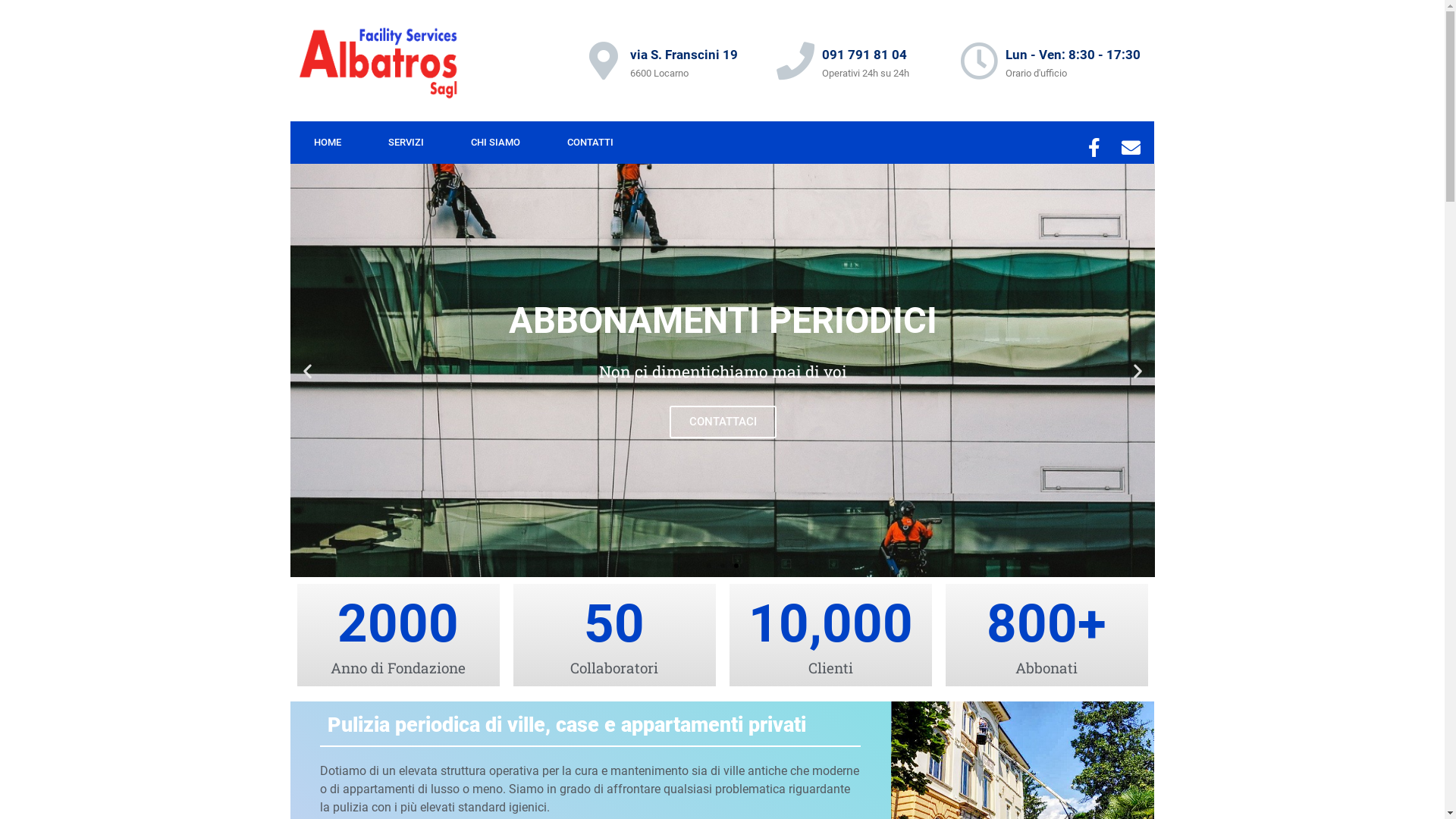 The height and width of the screenshot is (819, 1456). What do you see at coordinates (495, 143) in the screenshot?
I see `'CHI SIAMO'` at bounding box center [495, 143].